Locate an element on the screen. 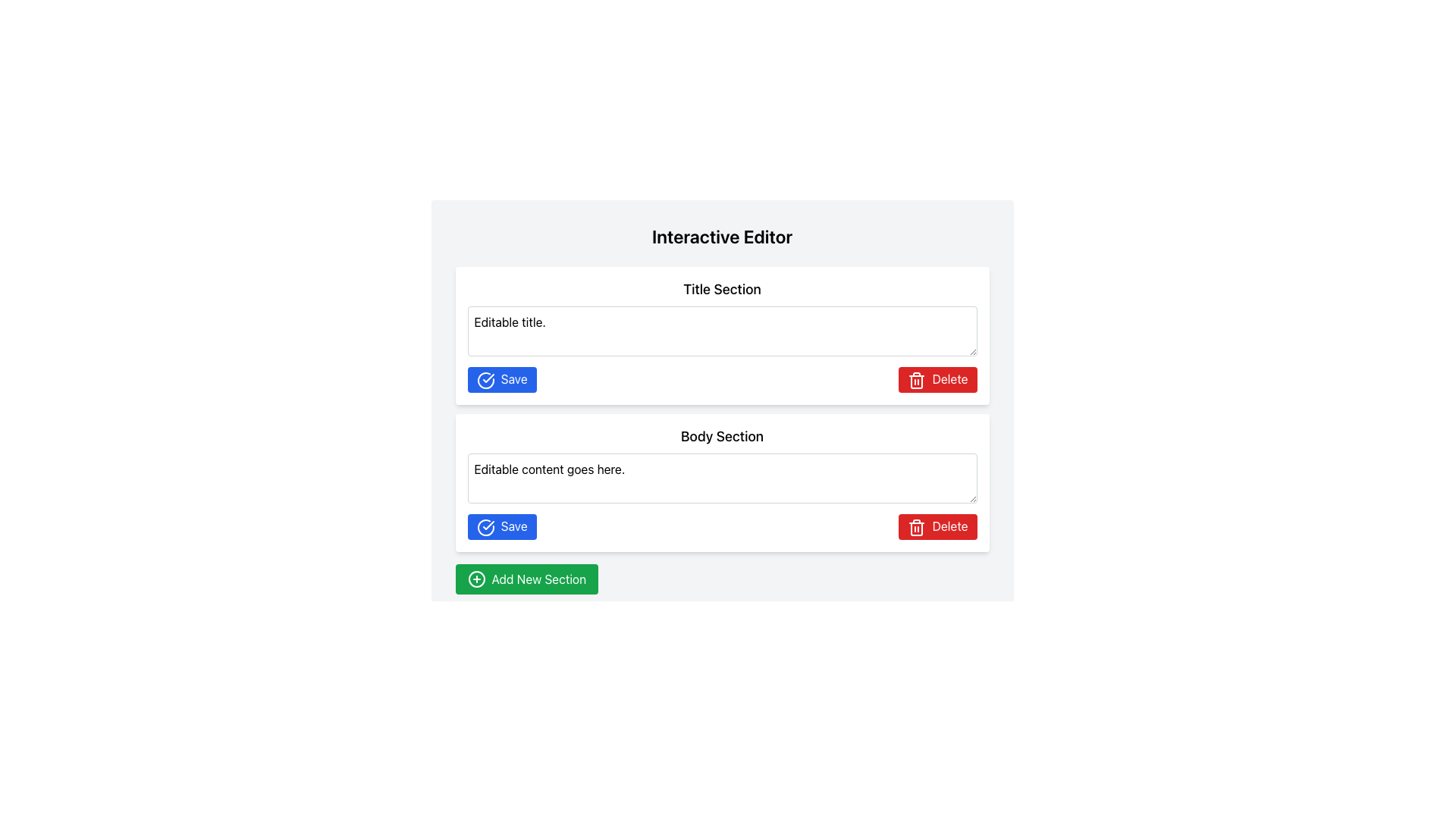 This screenshot has height=819, width=1456. the 'Save' icon located inside the blue button to the left of the label text is located at coordinates (485, 379).